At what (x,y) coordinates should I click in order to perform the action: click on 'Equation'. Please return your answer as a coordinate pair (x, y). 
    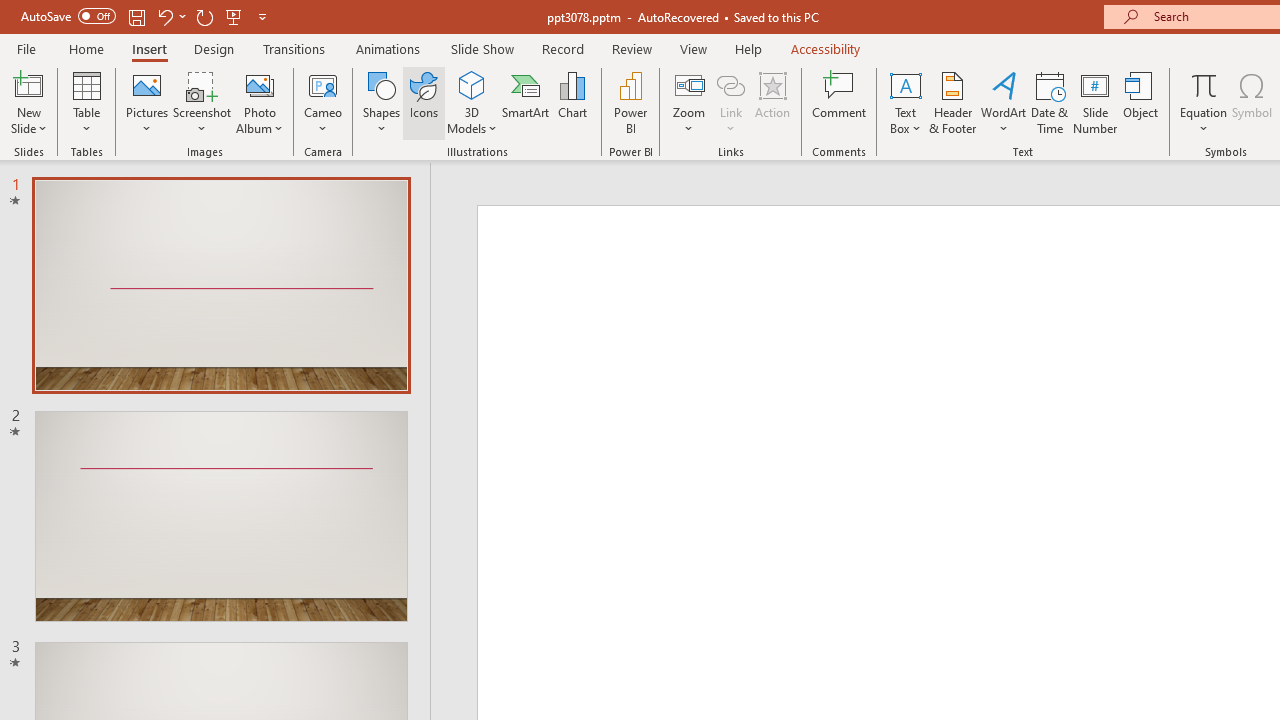
    Looking at the image, I should click on (1202, 84).